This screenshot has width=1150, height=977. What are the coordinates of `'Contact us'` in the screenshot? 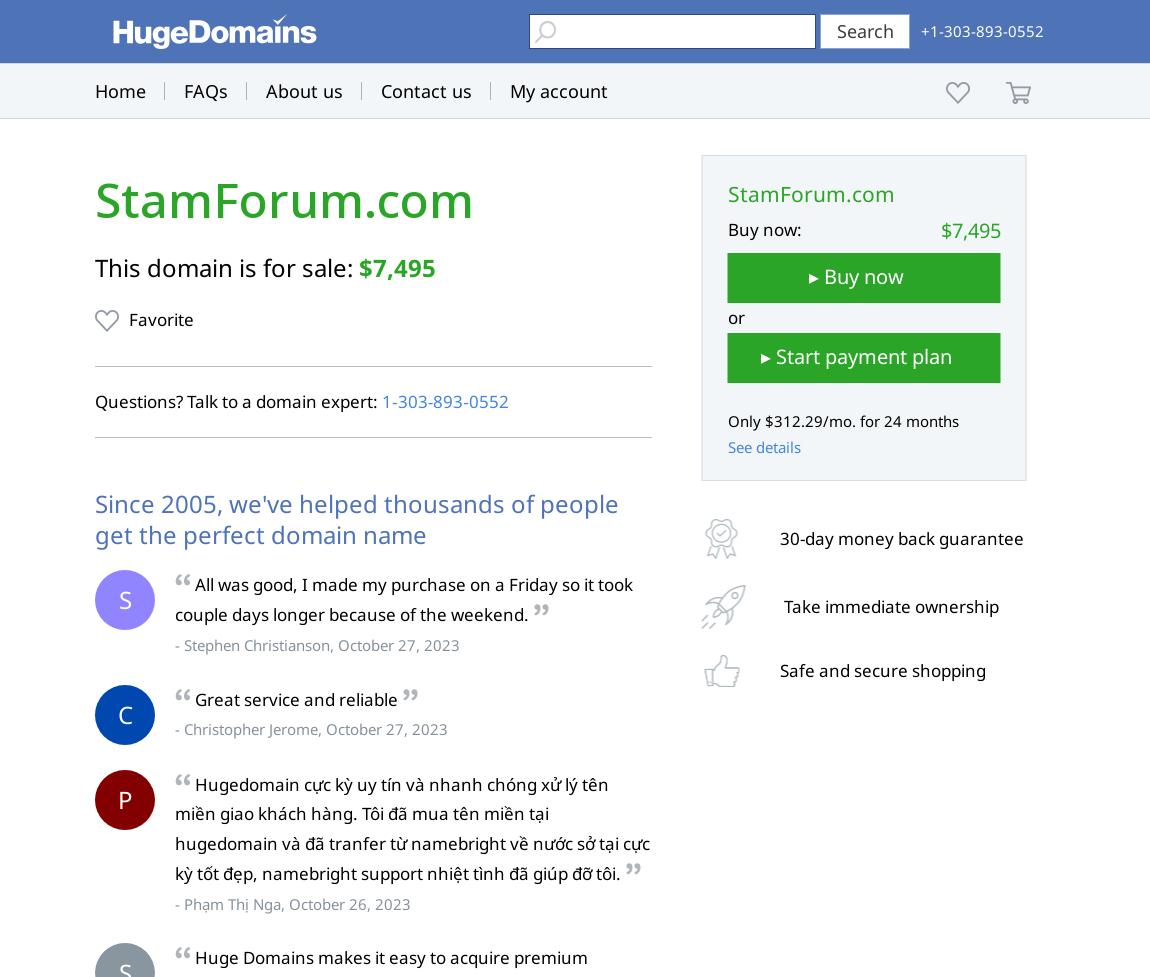 It's located at (426, 90).